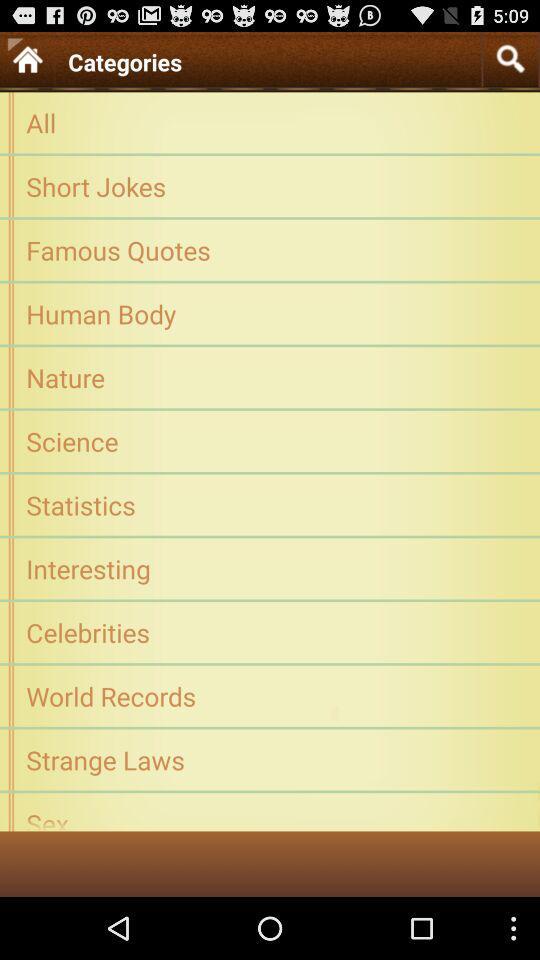 The height and width of the screenshot is (960, 540). I want to click on the nature app, so click(270, 376).